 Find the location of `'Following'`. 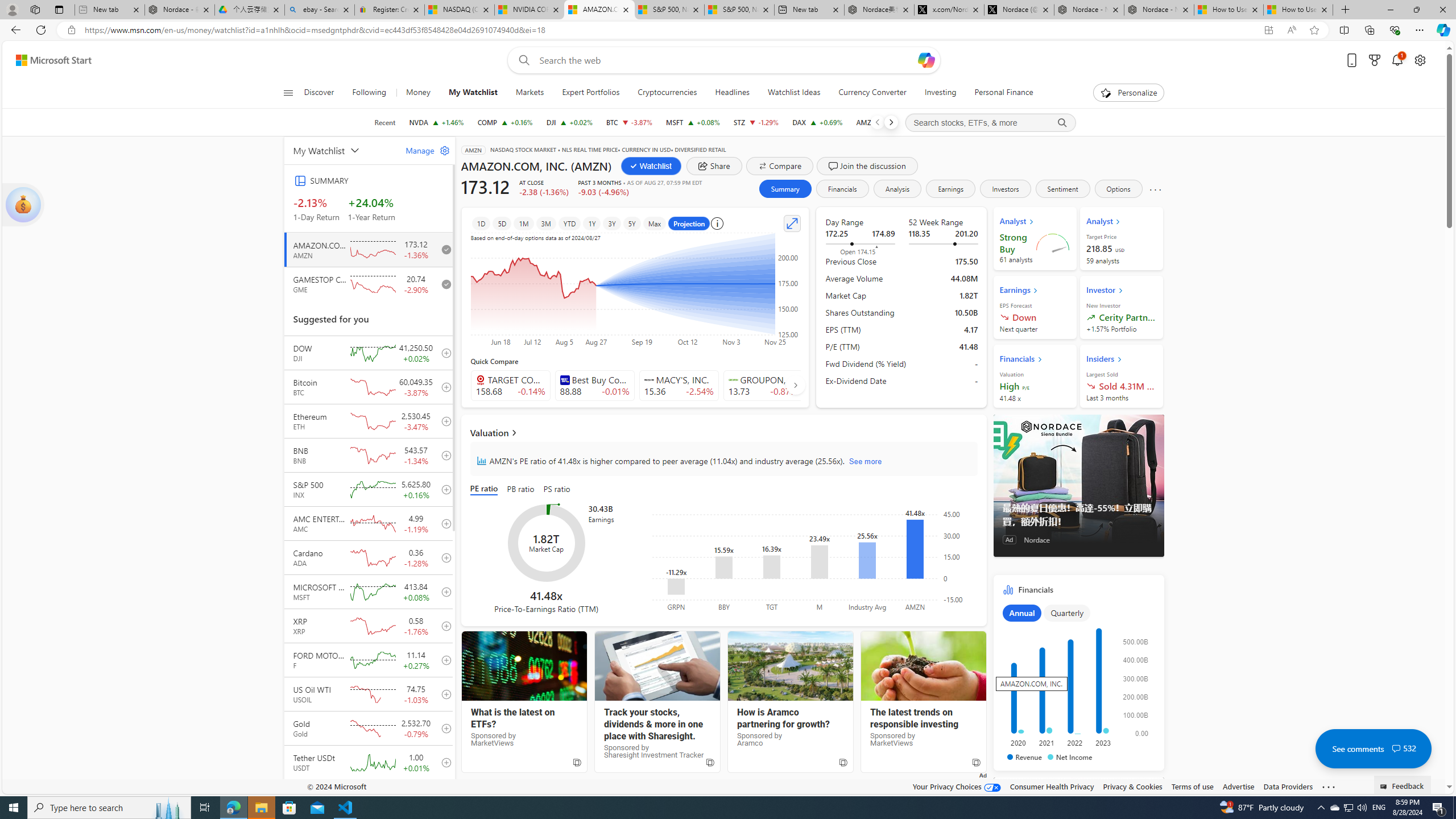

'Following' is located at coordinates (369, 92).